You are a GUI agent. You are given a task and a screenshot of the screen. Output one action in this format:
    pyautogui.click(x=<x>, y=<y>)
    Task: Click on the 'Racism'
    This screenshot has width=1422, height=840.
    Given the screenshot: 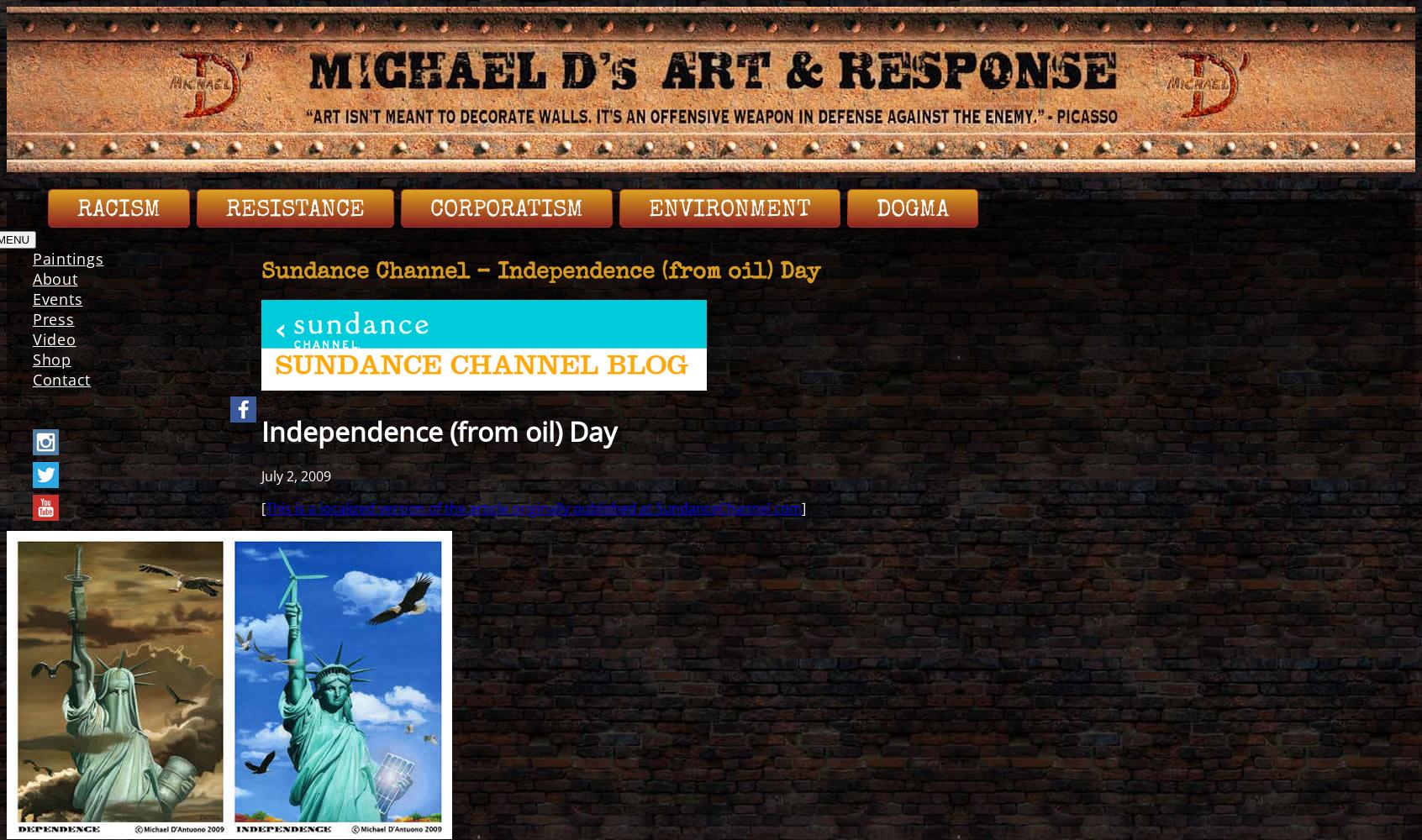 What is the action you would take?
    pyautogui.click(x=118, y=211)
    